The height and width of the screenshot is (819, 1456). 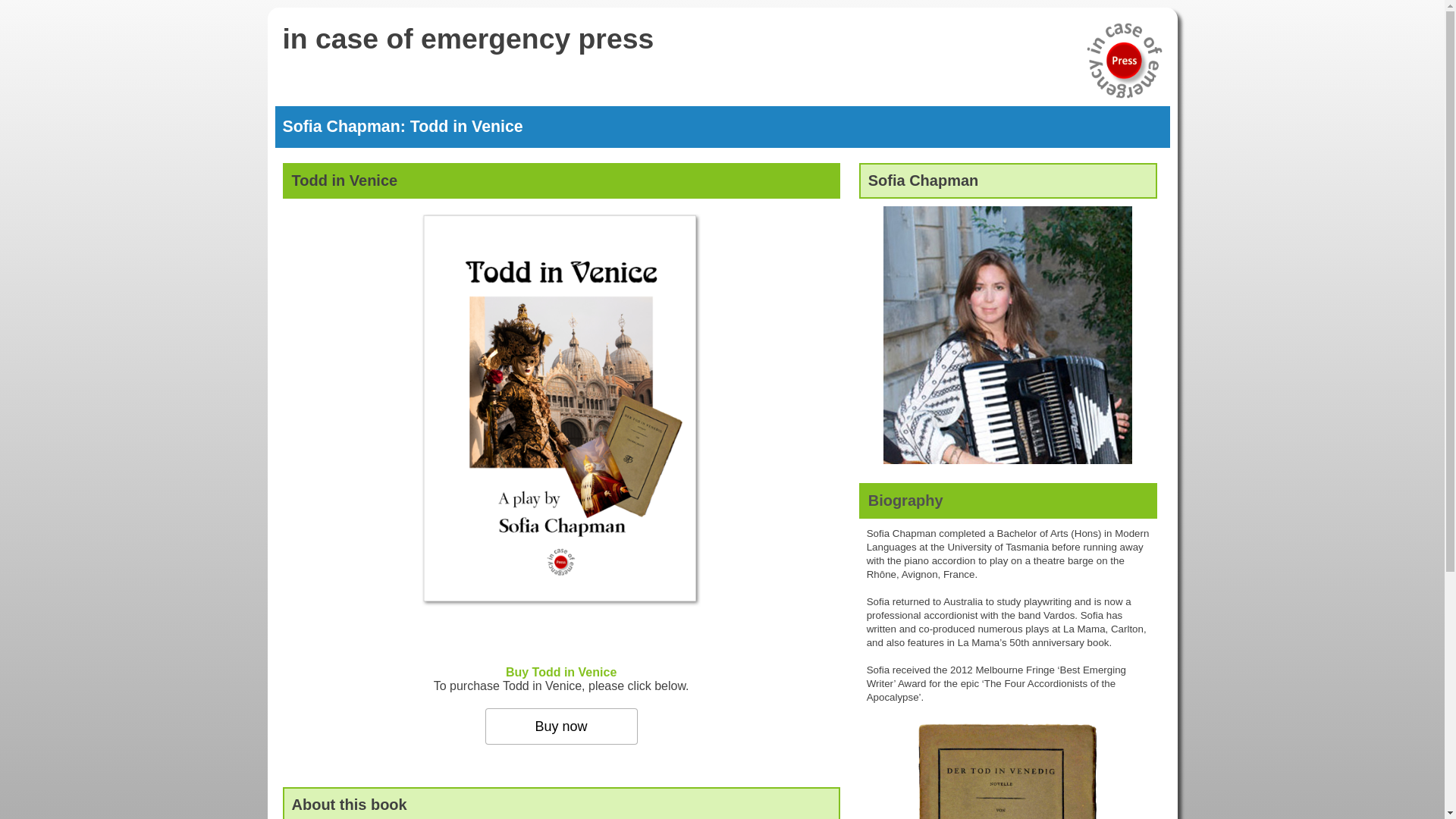 What do you see at coordinates (560, 725) in the screenshot?
I see `'Buy now'` at bounding box center [560, 725].